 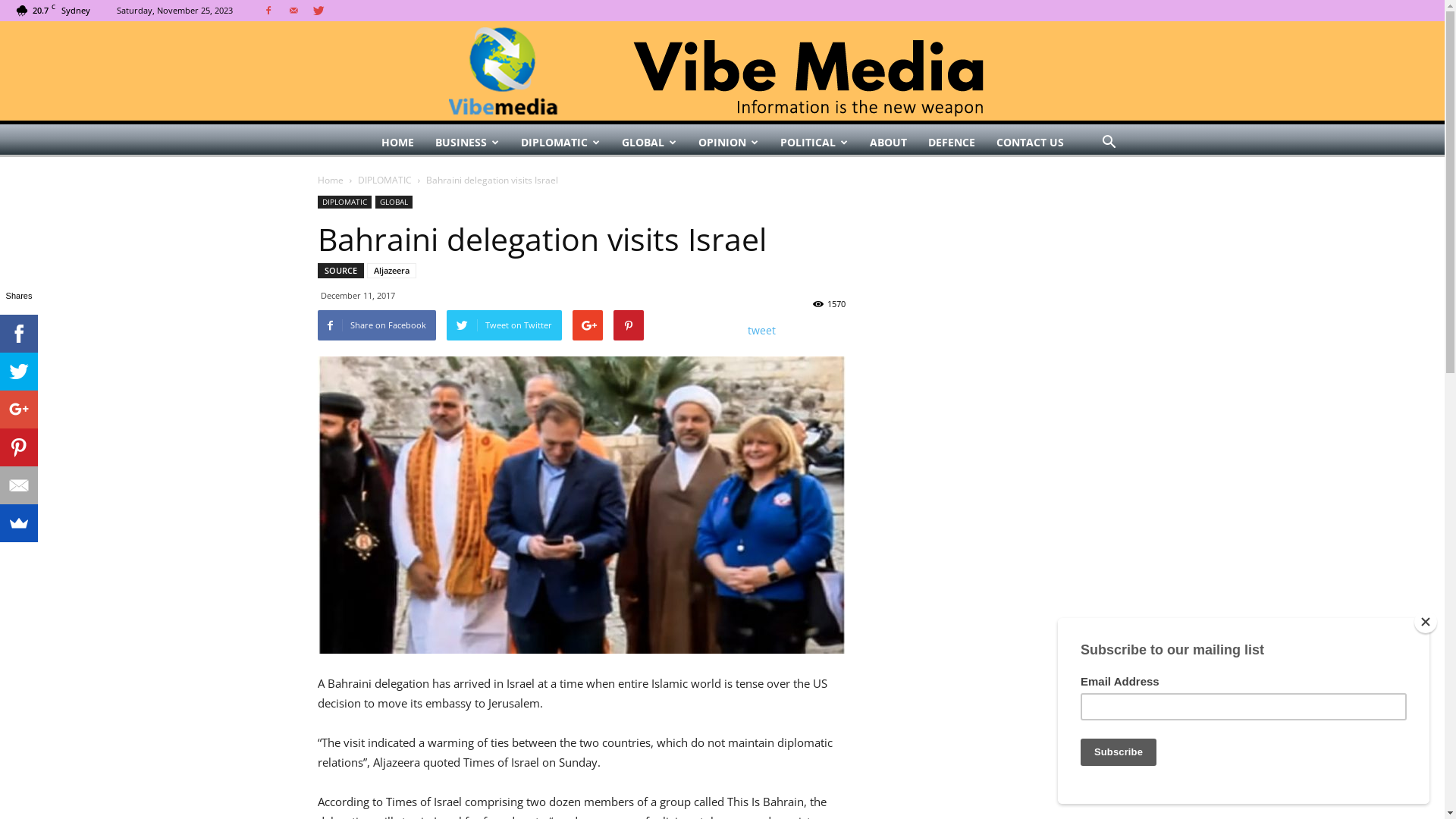 What do you see at coordinates (559, 143) in the screenshot?
I see `'DIPLOMATIC'` at bounding box center [559, 143].